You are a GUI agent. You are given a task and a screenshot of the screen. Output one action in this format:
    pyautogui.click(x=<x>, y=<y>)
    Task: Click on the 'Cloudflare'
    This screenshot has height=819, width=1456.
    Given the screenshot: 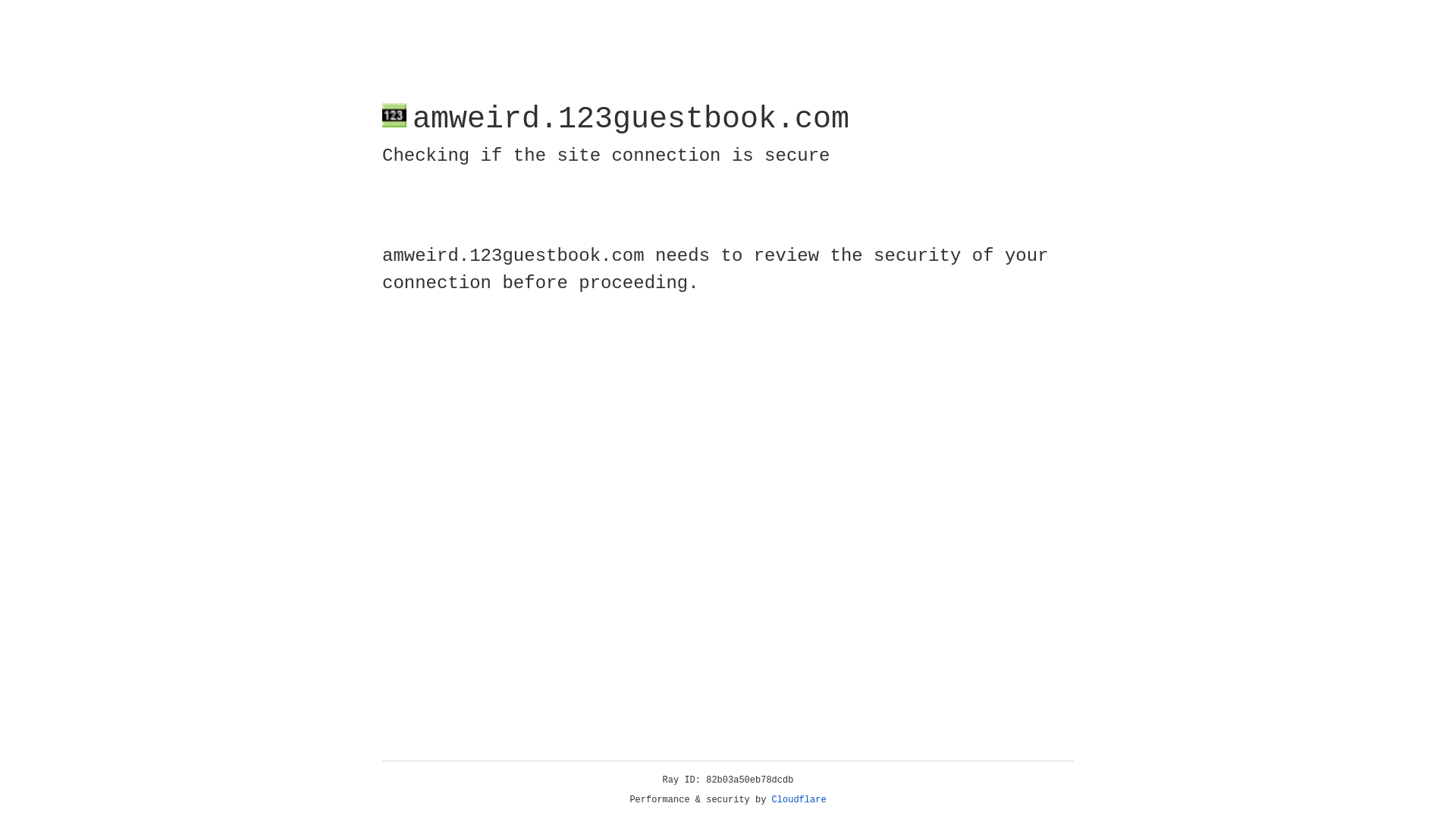 What is the action you would take?
    pyautogui.click(x=799, y=799)
    